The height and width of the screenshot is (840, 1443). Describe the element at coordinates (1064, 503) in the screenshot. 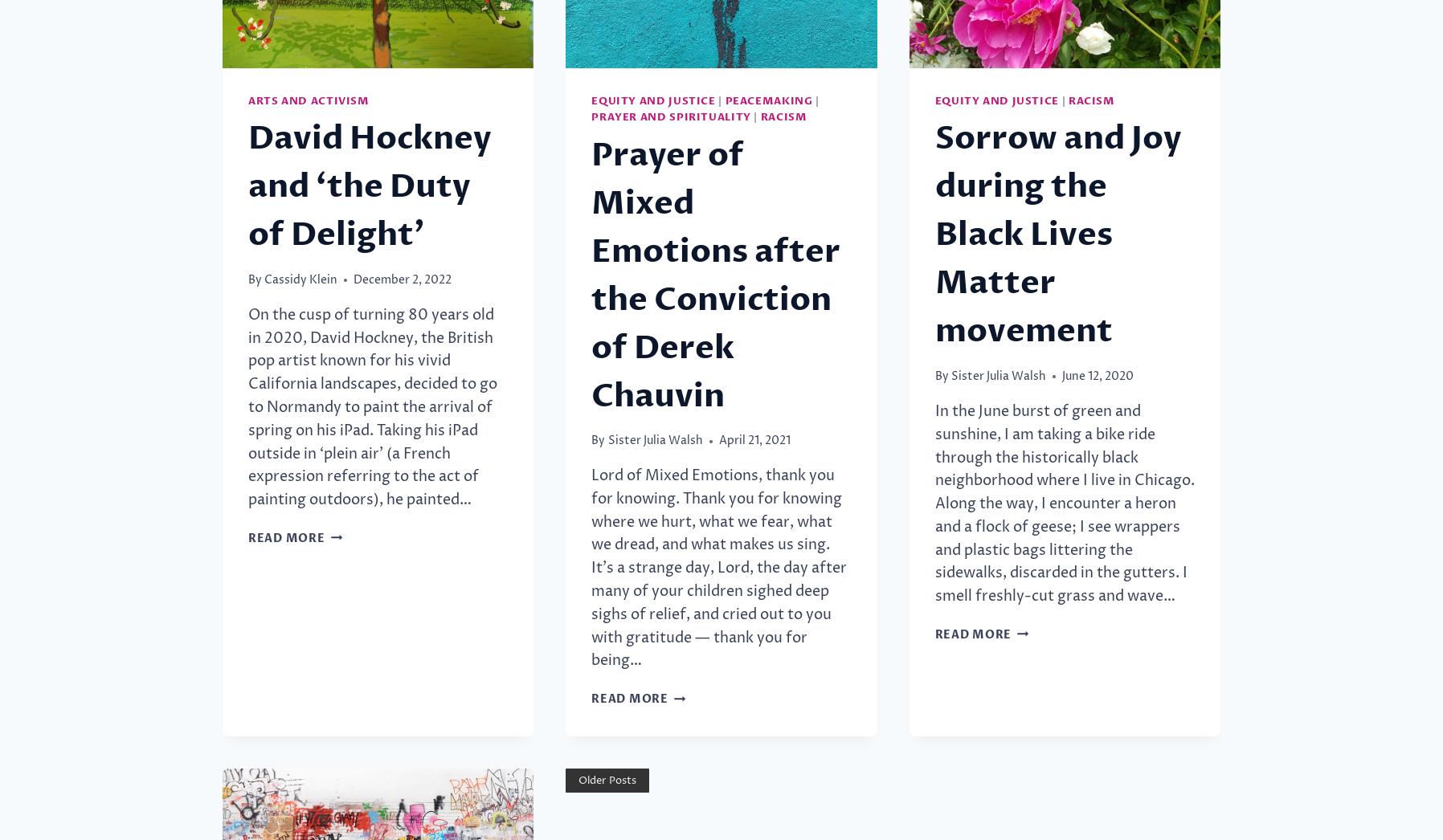

I see `'In the June burst of green and sunshine, I am taking a bike ride through the historically black neighborhood where I live in Chicago. Along the way, I encounter a heron and a flock of geese; I see wrappers and plastic bags littering the sidewalks, discarded in the gutters. I smell freshly-cut grass and wave…'` at that location.